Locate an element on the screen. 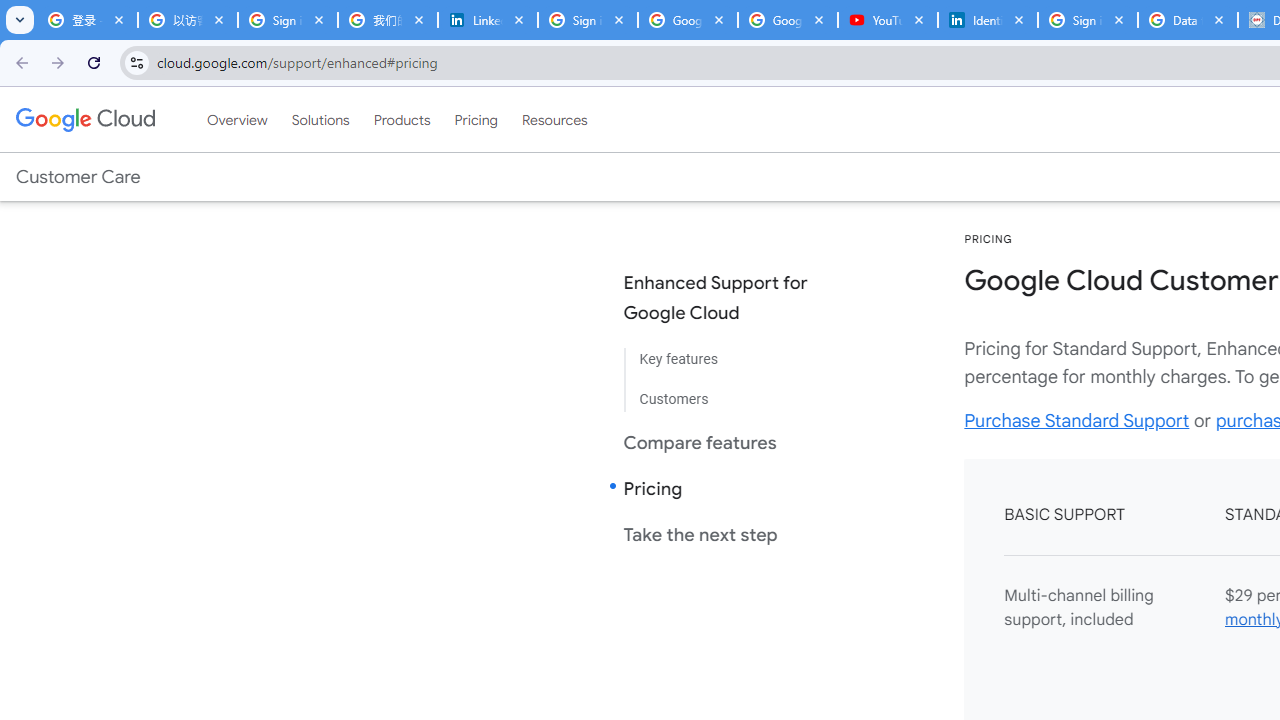  'Products' is located at coordinates (400, 119).